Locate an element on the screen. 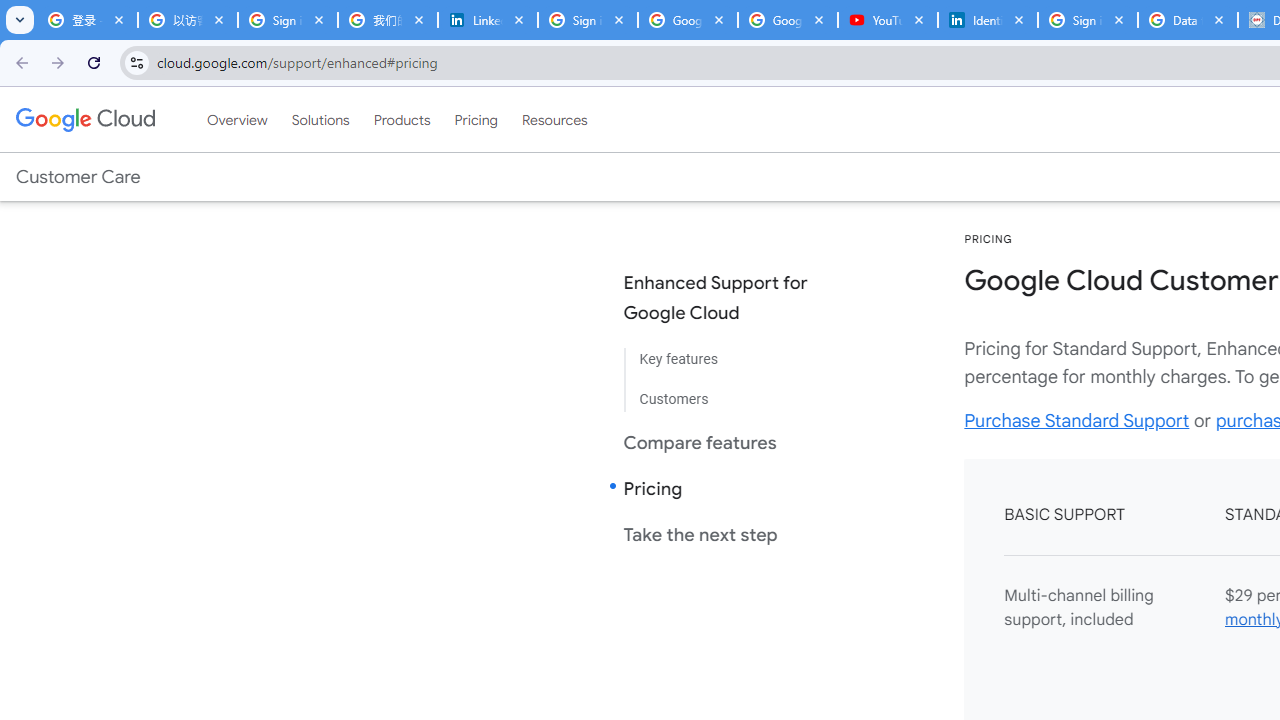  'Products' is located at coordinates (400, 119).